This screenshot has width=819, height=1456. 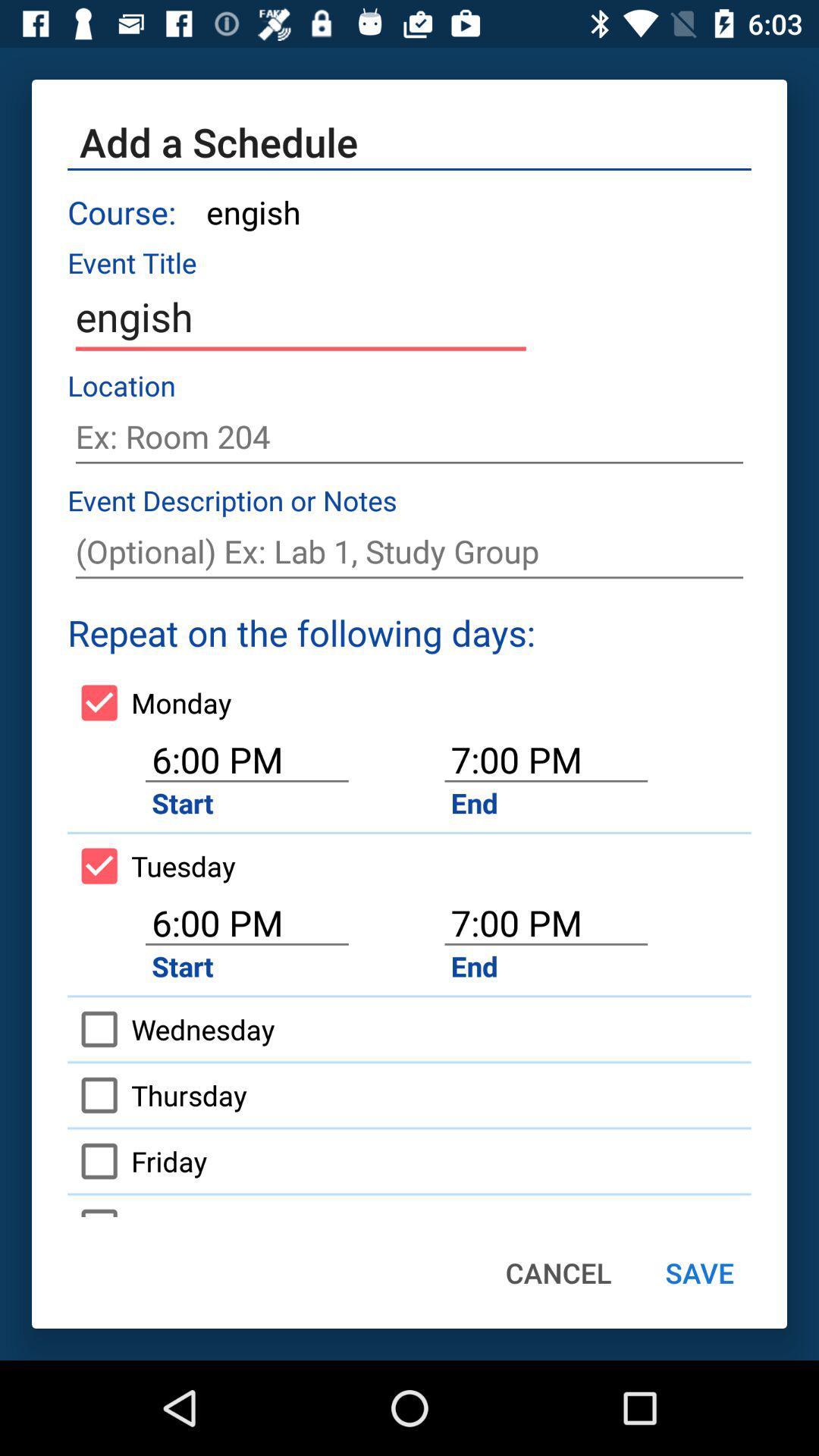 I want to click on fill in box event description or notes, so click(x=409, y=551).